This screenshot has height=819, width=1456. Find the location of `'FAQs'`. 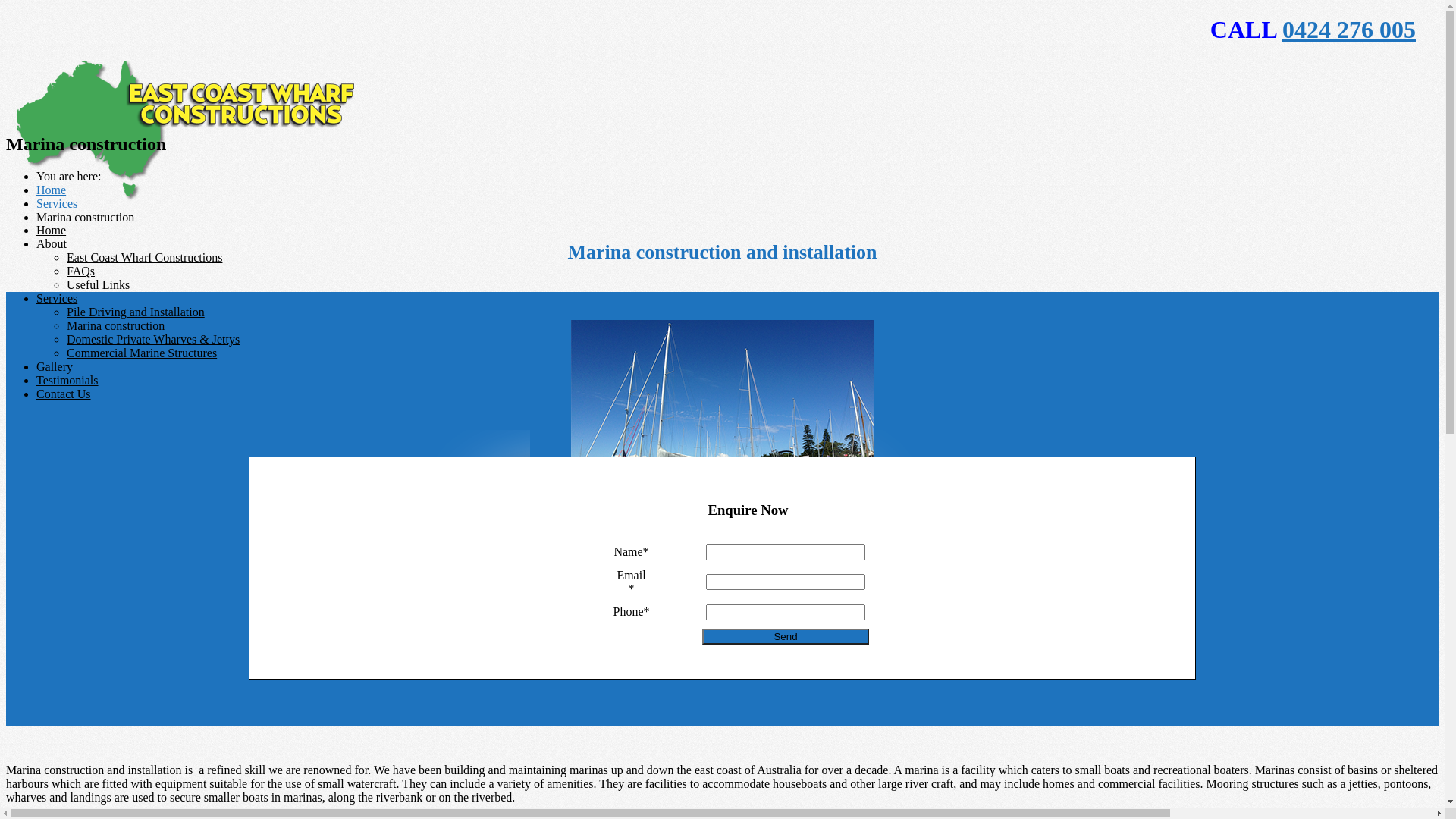

'FAQs' is located at coordinates (80, 270).